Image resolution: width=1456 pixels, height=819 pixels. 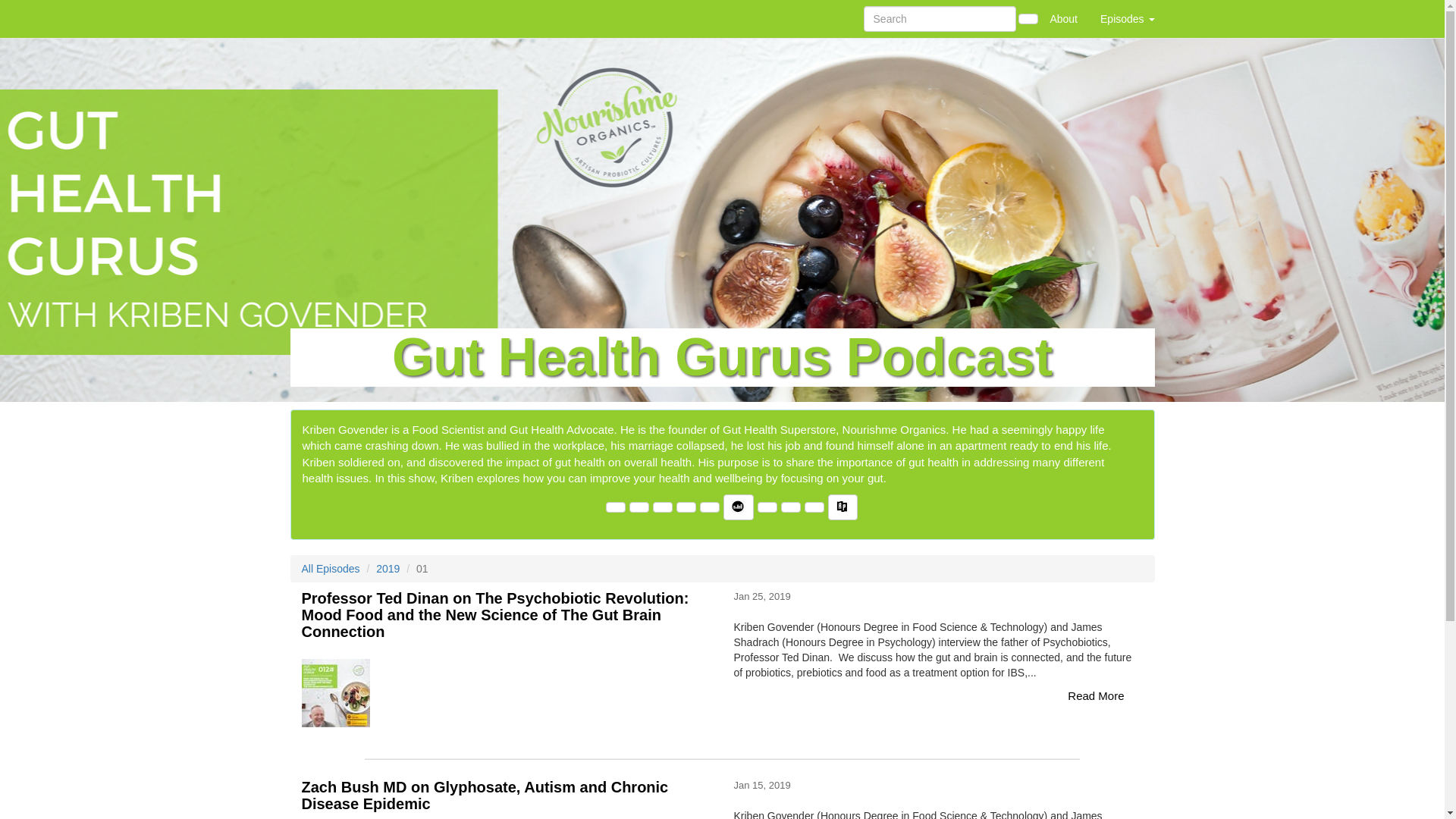 I want to click on 'Home Page', so click(x=319, y=18).